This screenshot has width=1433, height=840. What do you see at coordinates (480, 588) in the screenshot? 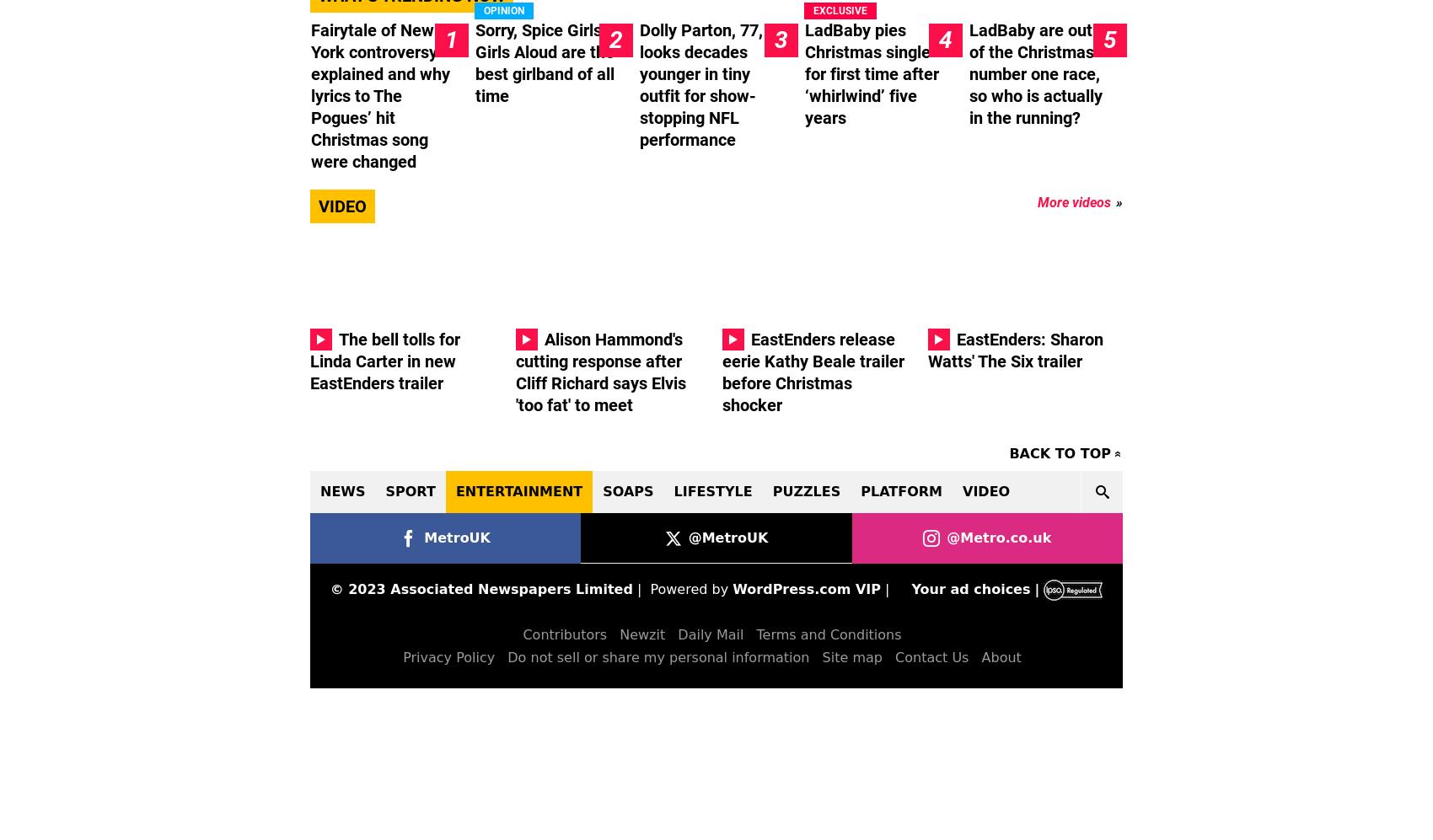
I see `'© 2023 Associated Newspapers Limited'` at bounding box center [480, 588].